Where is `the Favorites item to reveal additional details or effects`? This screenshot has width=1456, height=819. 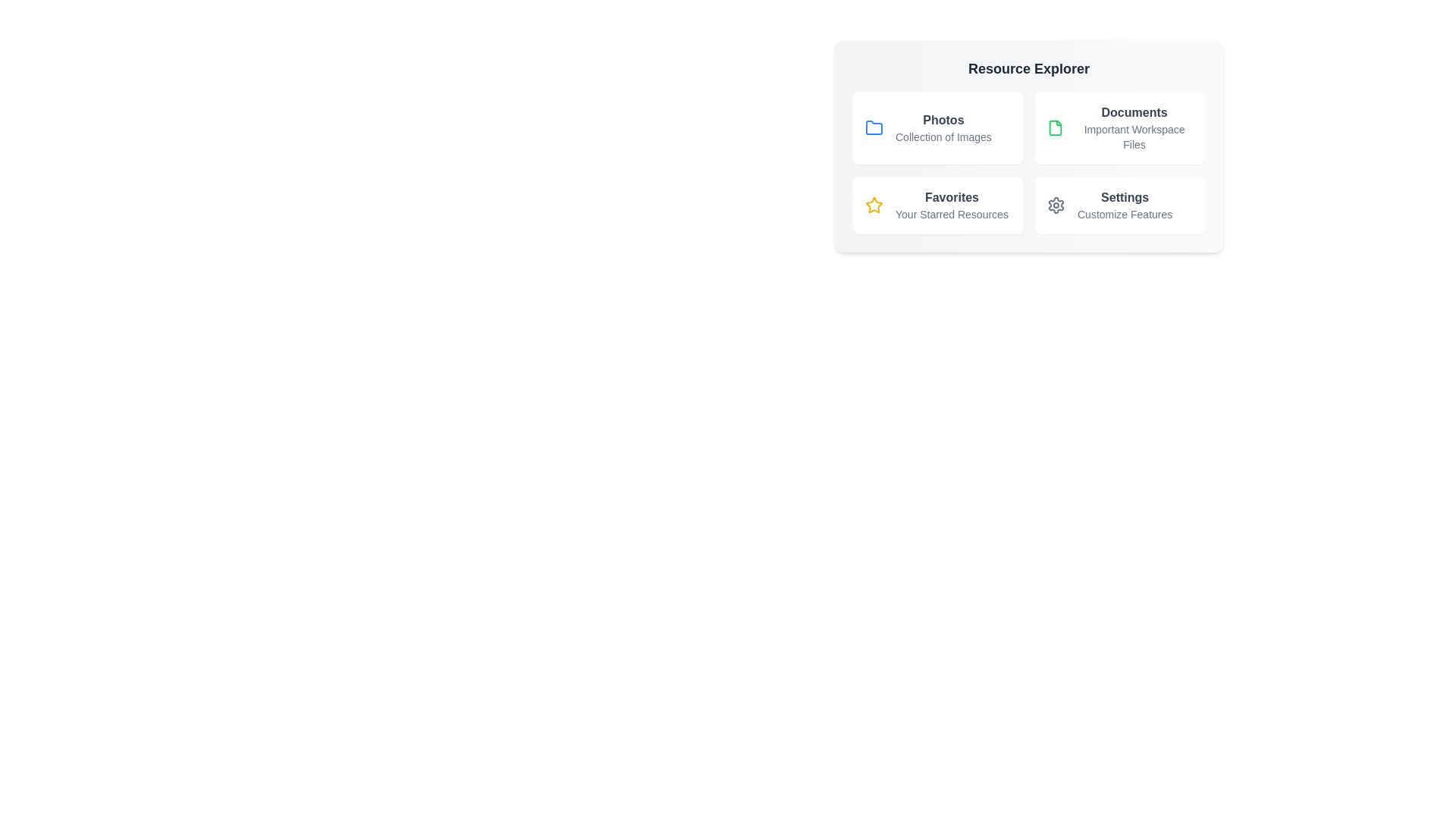
the Favorites item to reveal additional details or effects is located at coordinates (937, 205).